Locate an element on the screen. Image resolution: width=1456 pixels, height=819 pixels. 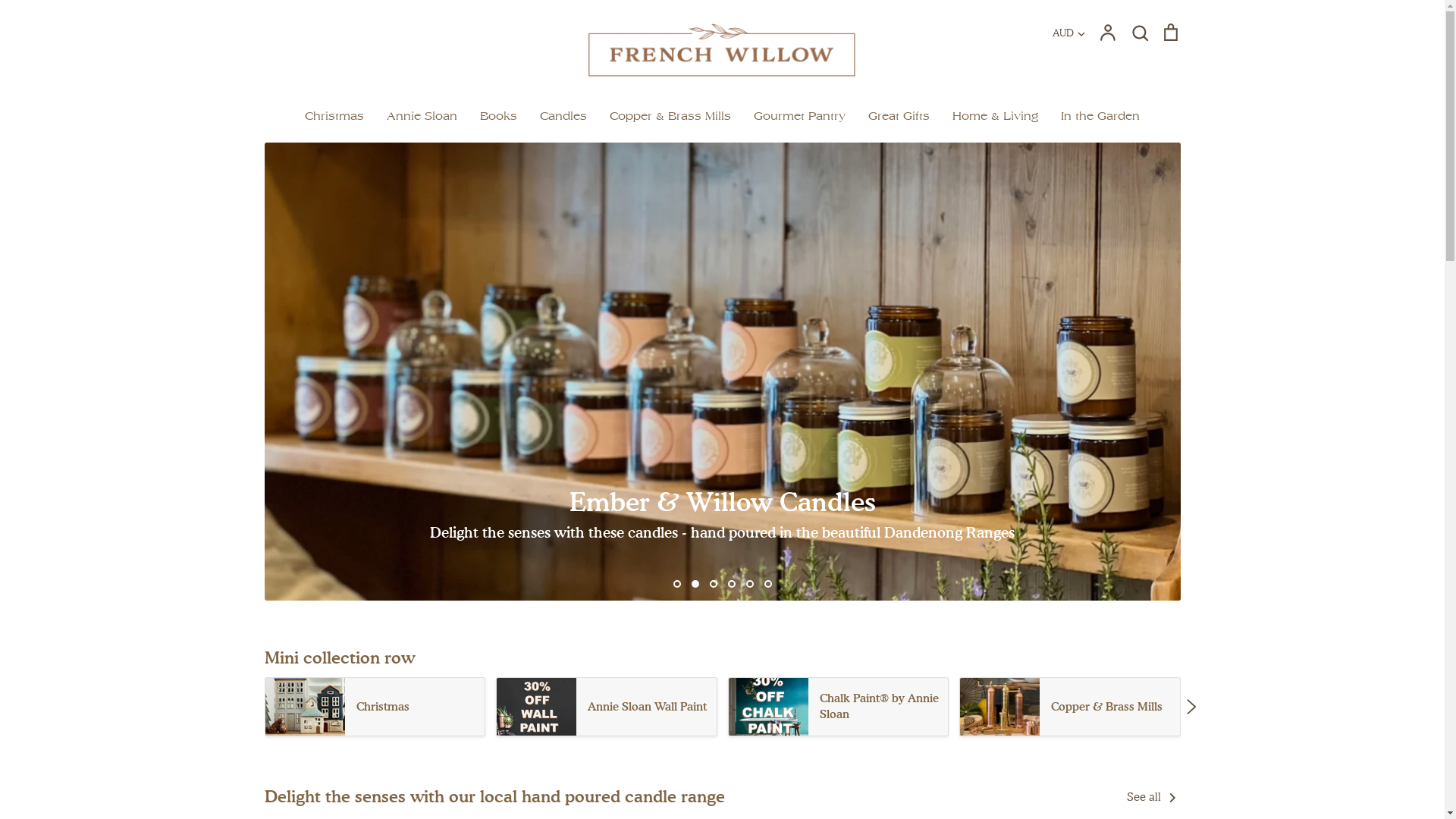
'3' is located at coordinates (709, 583).